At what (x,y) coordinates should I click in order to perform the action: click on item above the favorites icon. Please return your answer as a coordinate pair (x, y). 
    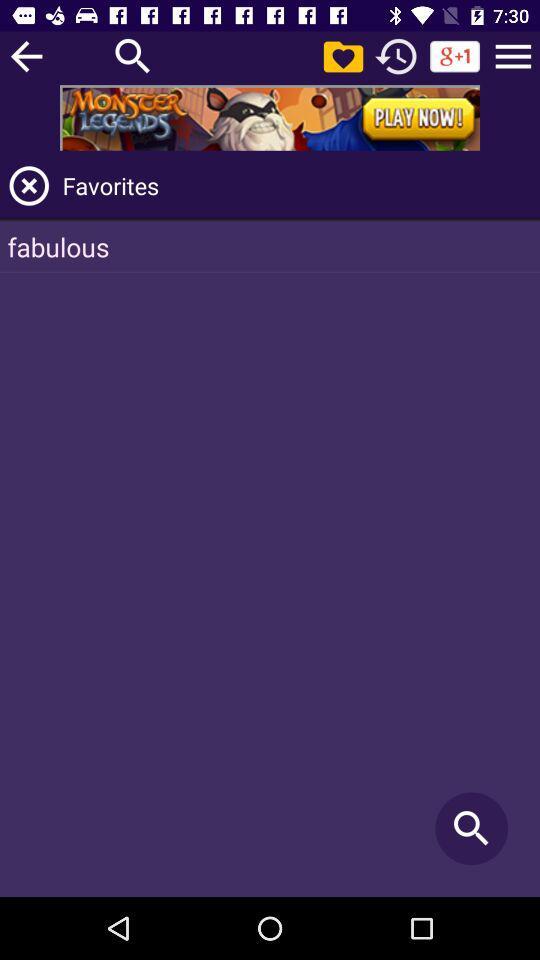
    Looking at the image, I should click on (513, 55).